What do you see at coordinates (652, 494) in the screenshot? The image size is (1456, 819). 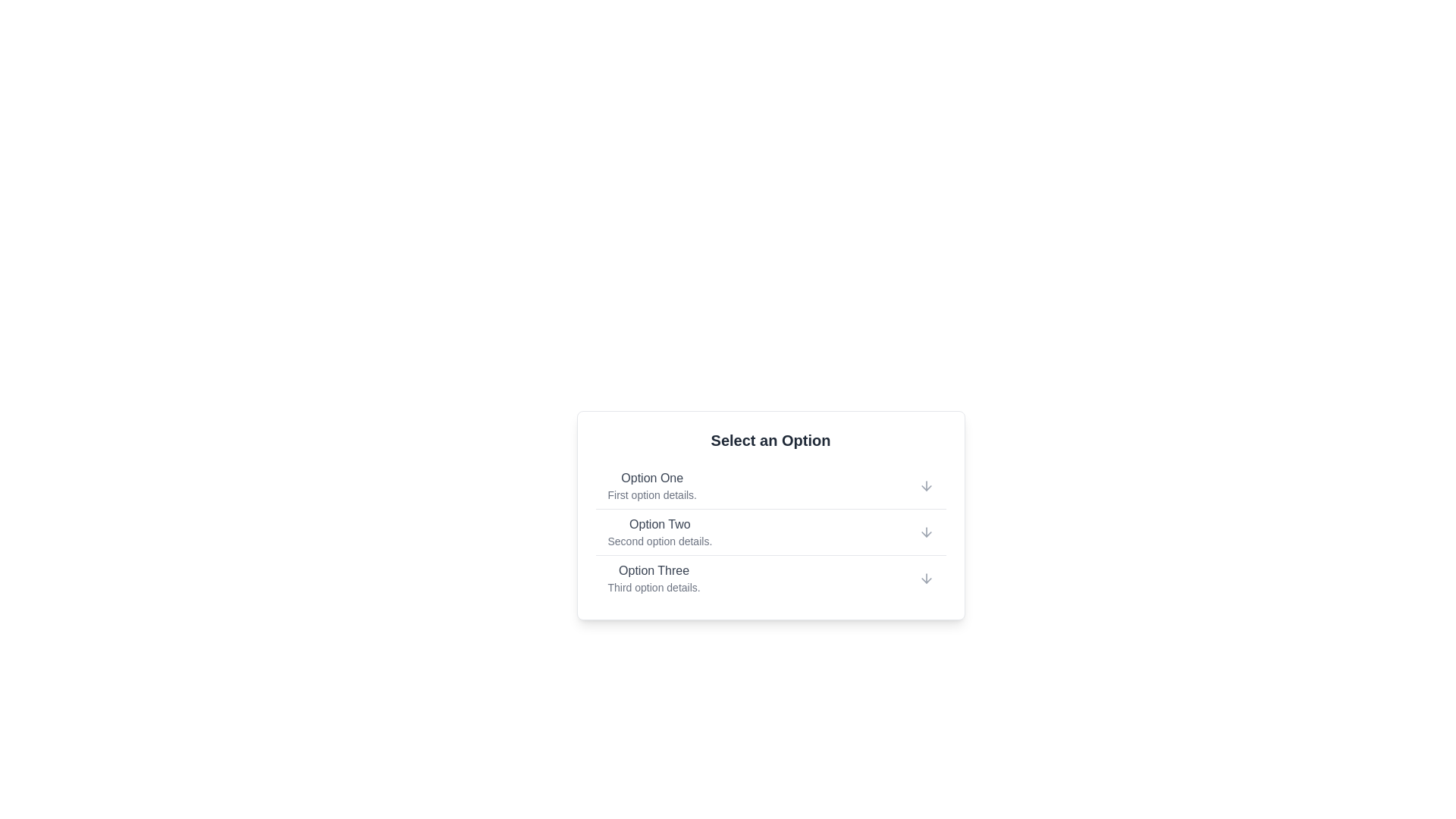 I see `the descriptive Text label that provides additional details about 'Option One', positioned directly below the 'Option One' title` at bounding box center [652, 494].